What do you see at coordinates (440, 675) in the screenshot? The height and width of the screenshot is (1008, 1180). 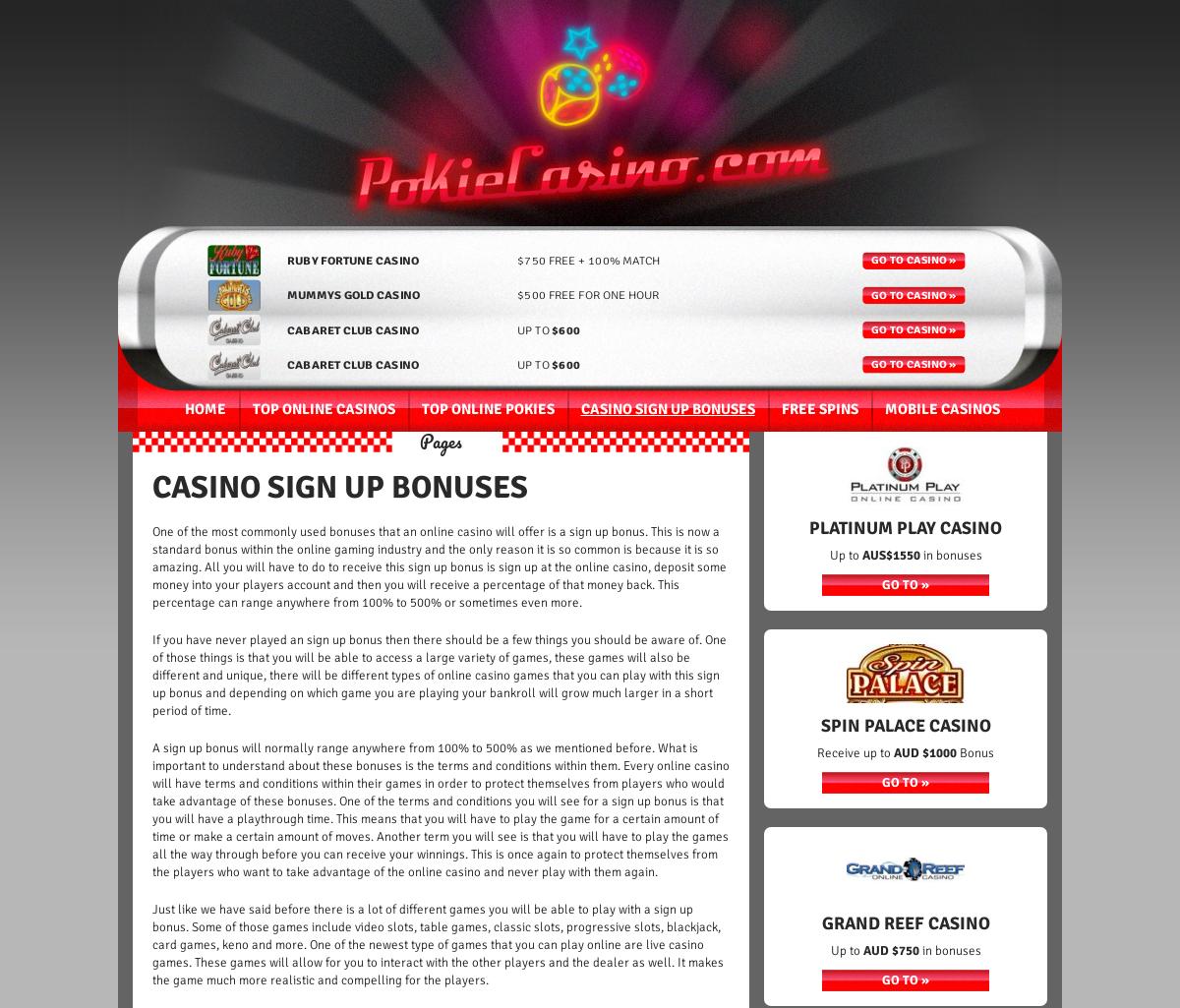 I see `'If you have never played an sign up bonus then there should be a few things you should be aware of. One of those things is that you will be able to access a large variety of games, these games will also be different and unique, there will be different types of online casino games that you can play with this sign up bonus and depending on which game you are playing your bankroll will grow much larger in a short period of time.'` at bounding box center [440, 675].